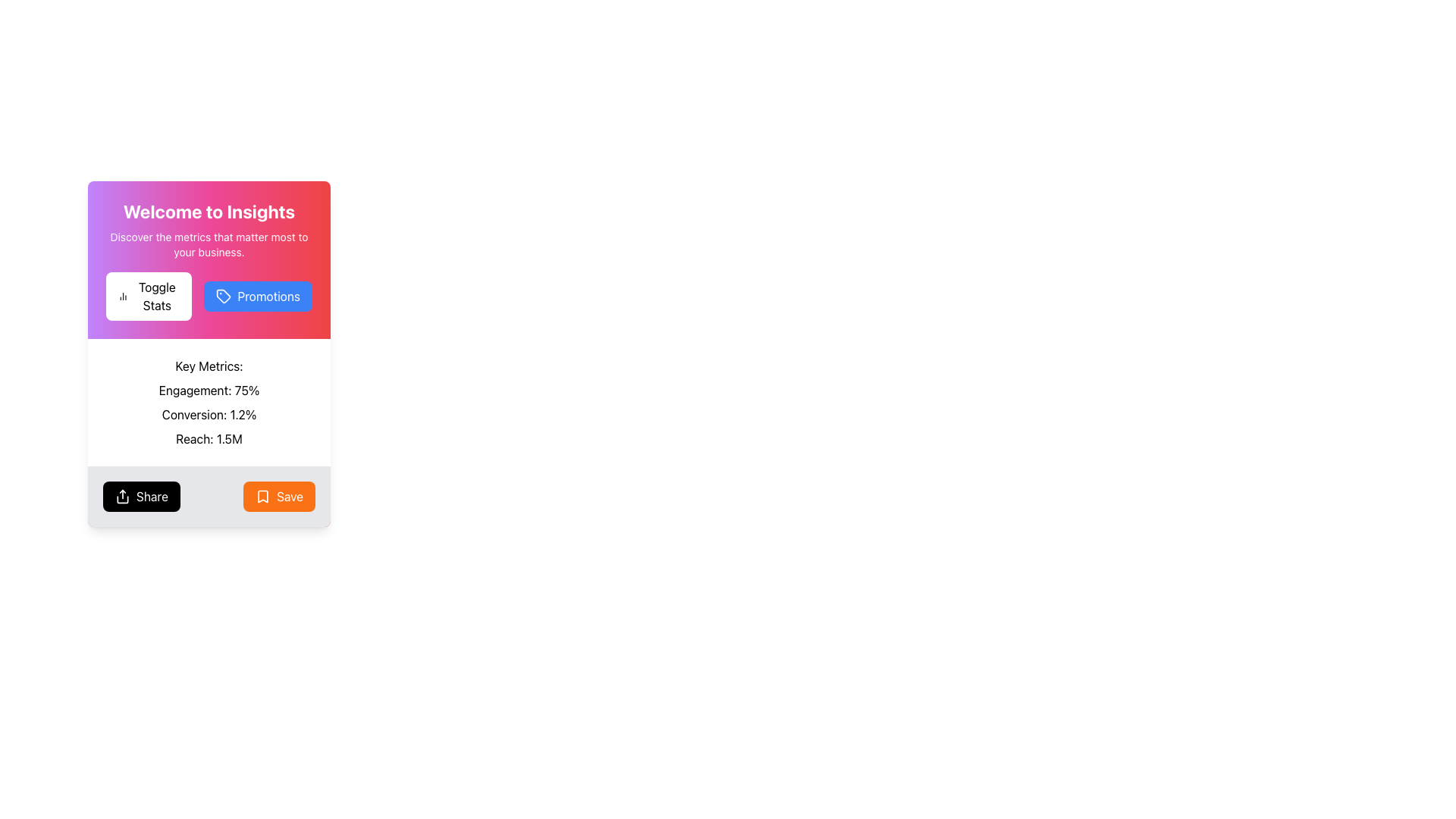 The height and width of the screenshot is (819, 1456). I want to click on the Informational Text Section displaying business metrics located beneath the 'Toggle Stats' and 'Promotions' buttons, above the 'Share' and 'Save' buttons, so click(208, 402).